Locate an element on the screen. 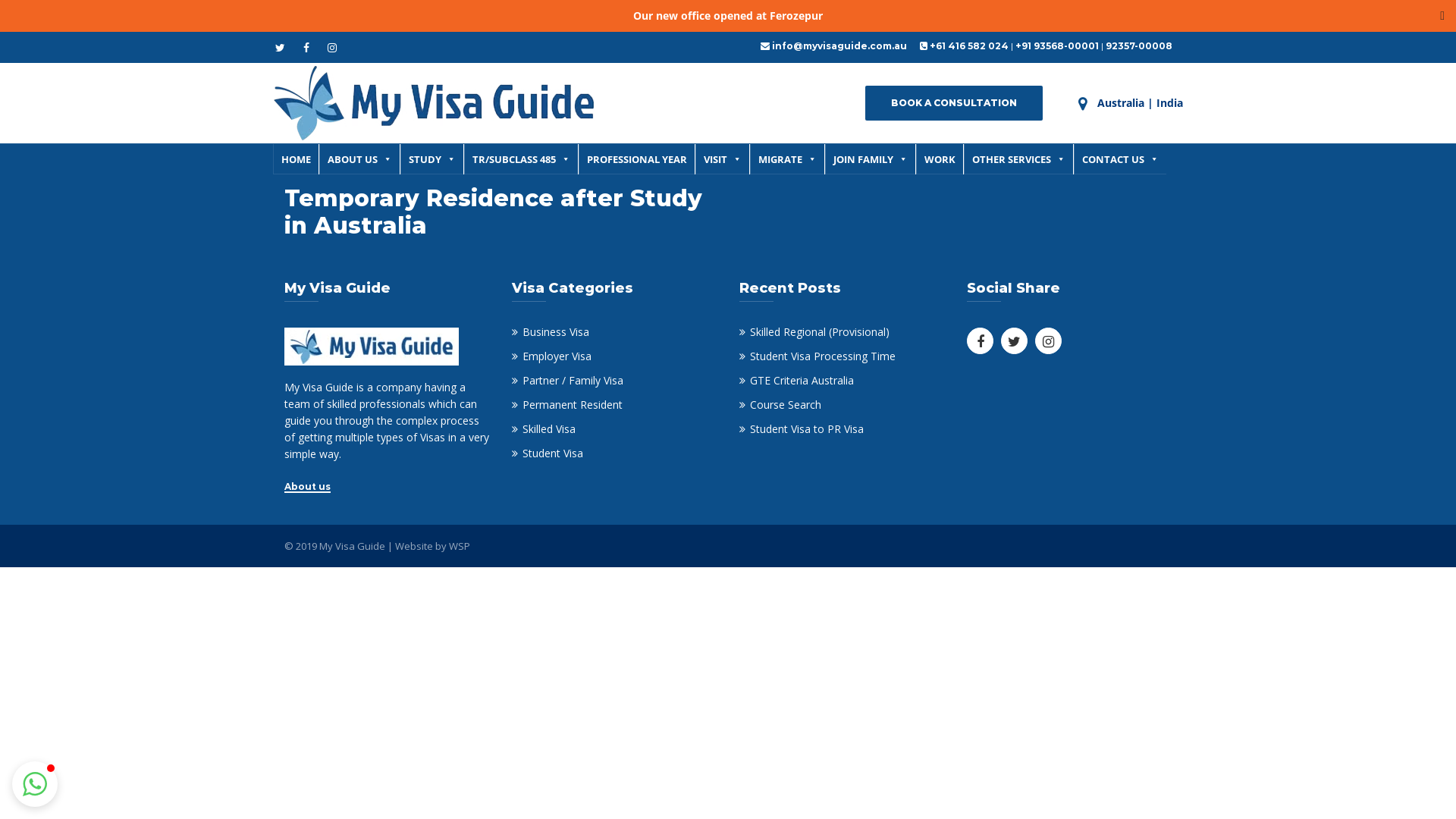  'BOOK A CONSULTATION' is located at coordinates (952, 102).